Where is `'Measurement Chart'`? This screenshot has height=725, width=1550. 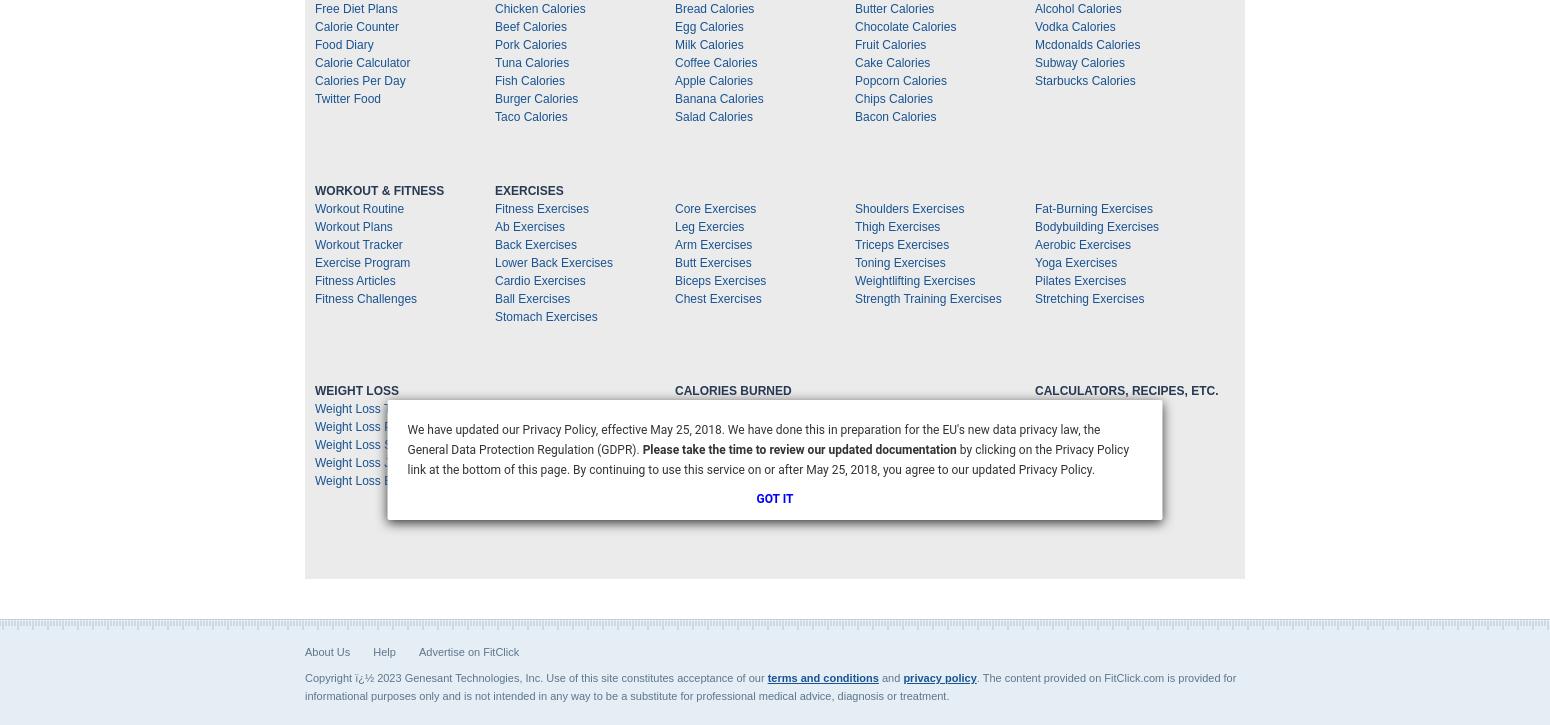 'Measurement Chart' is located at coordinates (1034, 461).